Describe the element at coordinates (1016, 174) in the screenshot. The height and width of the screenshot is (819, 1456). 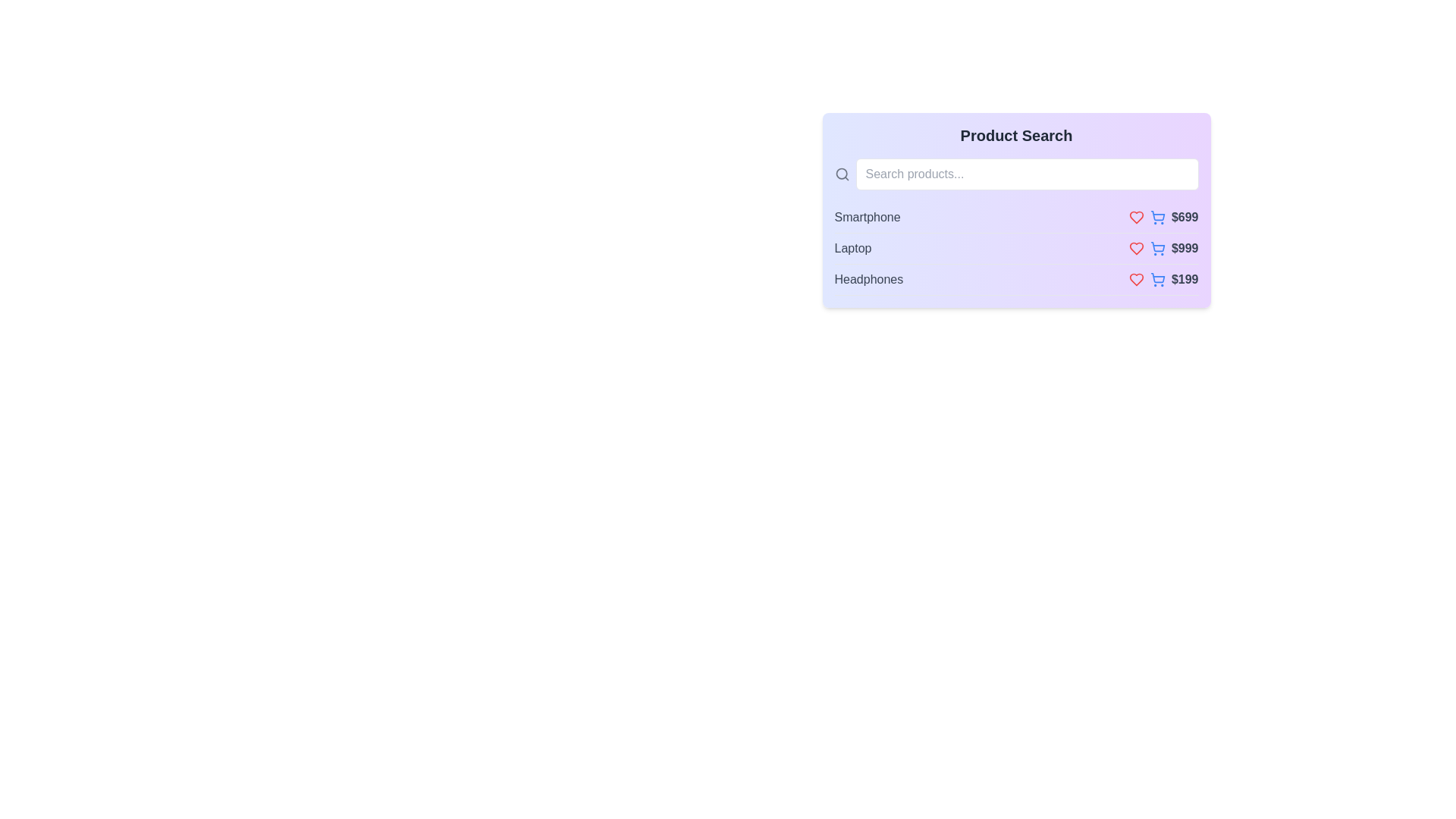
I see `and drop on the Search Bar located beneath the 'Product Search' header` at that location.